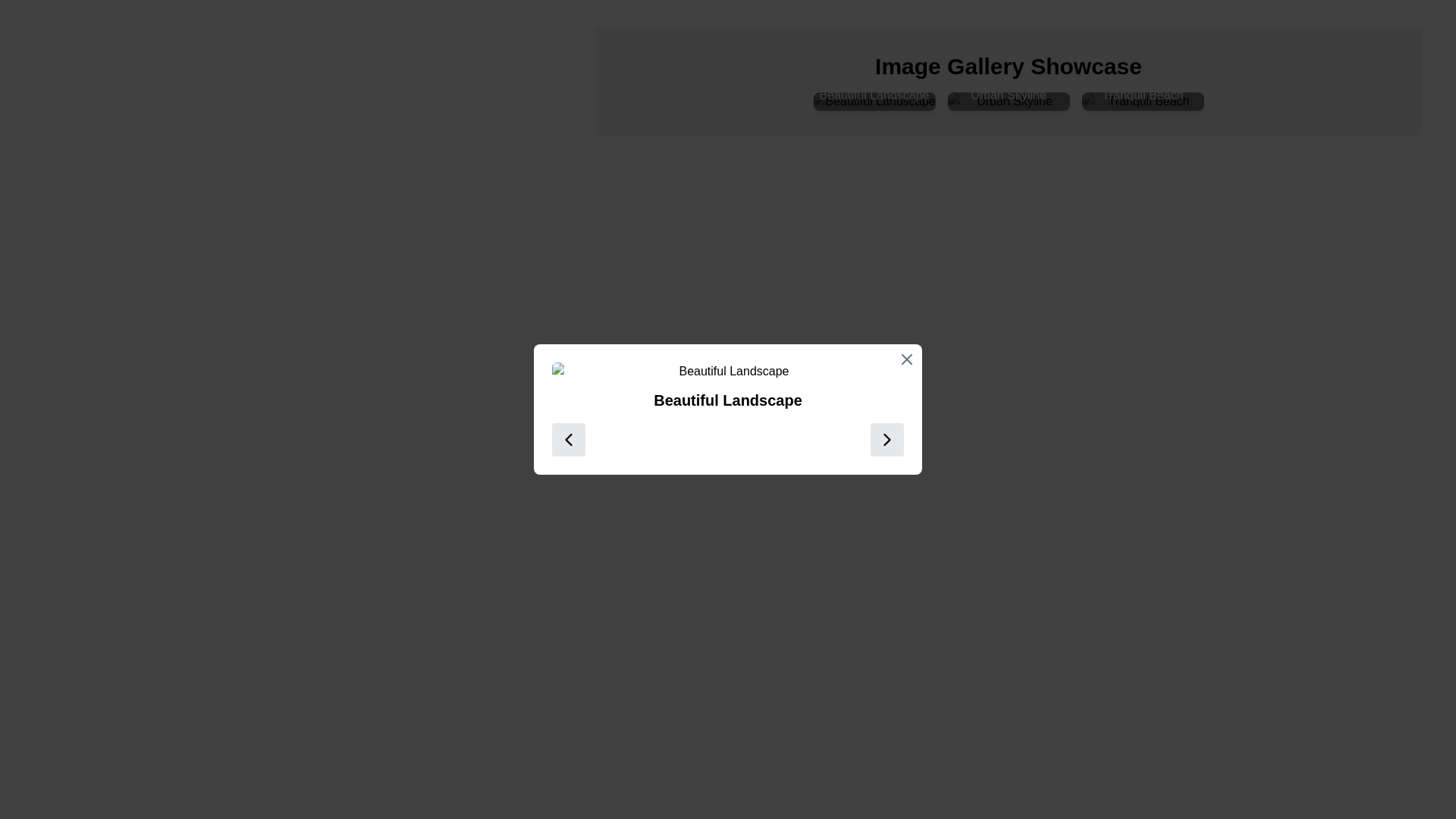  Describe the element at coordinates (887, 439) in the screenshot. I see `the rightward arrow icon in the gallery navigation controls` at that location.